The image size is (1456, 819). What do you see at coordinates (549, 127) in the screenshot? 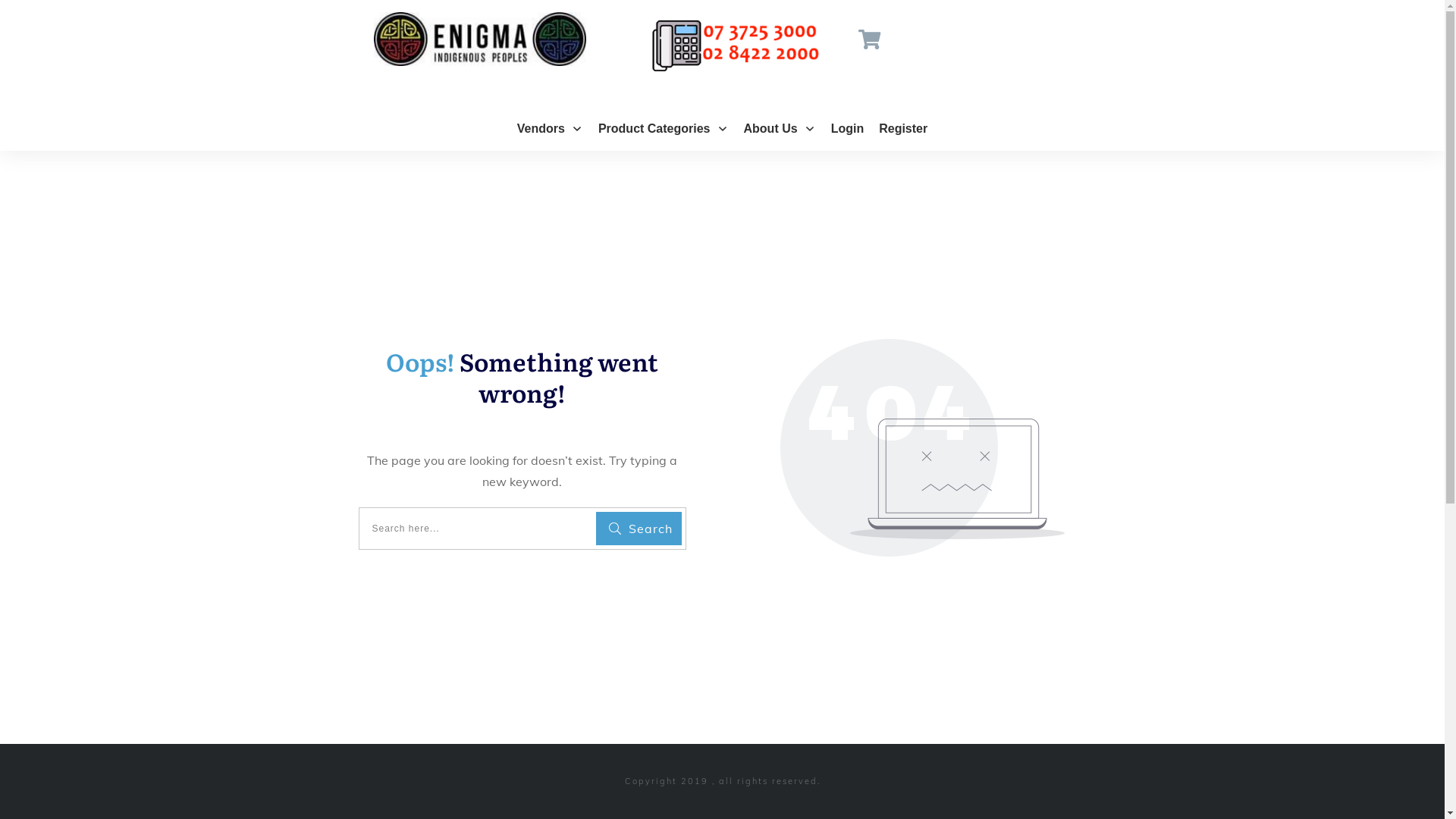
I see `'Vendors'` at bounding box center [549, 127].